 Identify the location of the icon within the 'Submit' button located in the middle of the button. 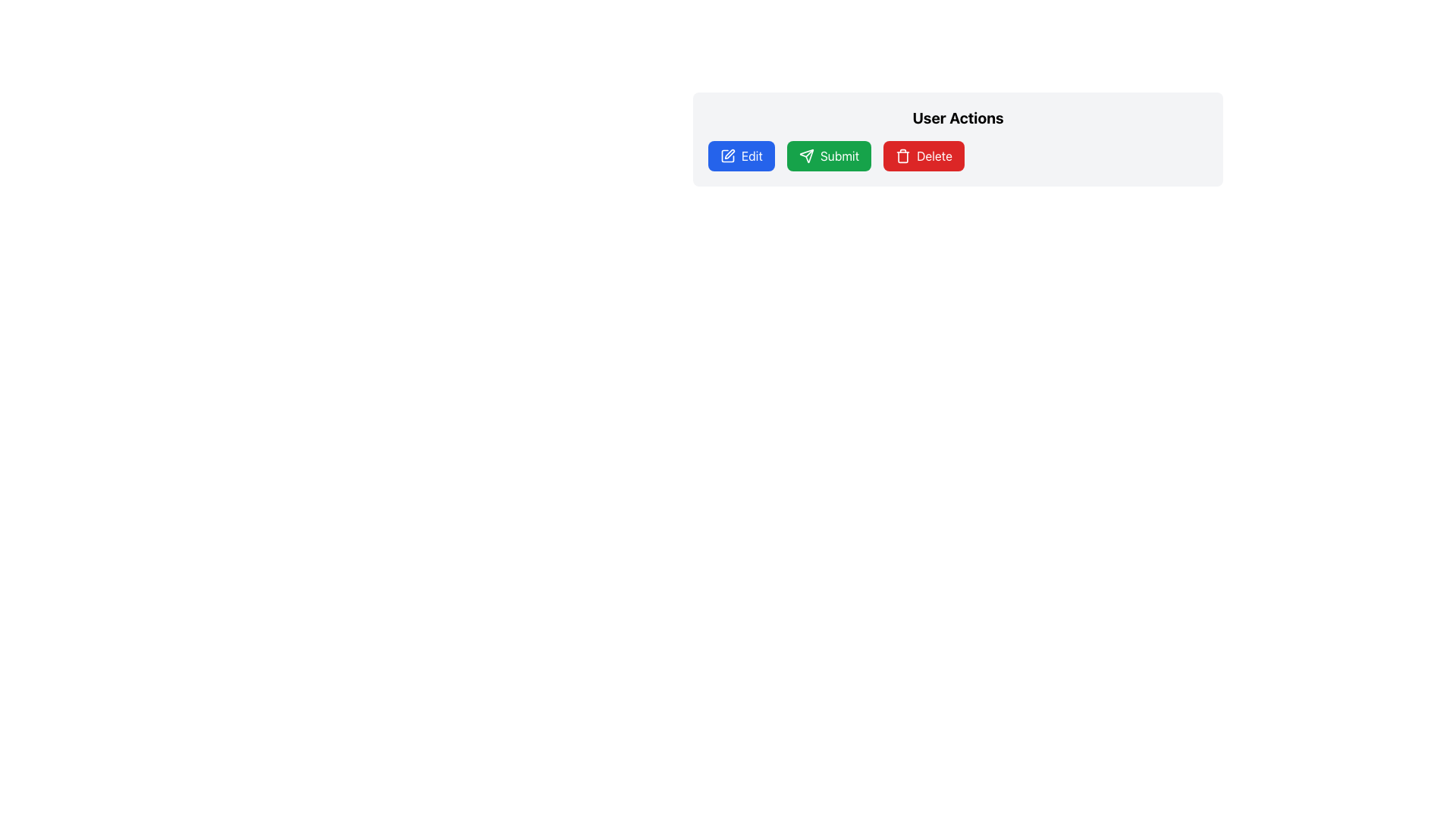
(805, 155).